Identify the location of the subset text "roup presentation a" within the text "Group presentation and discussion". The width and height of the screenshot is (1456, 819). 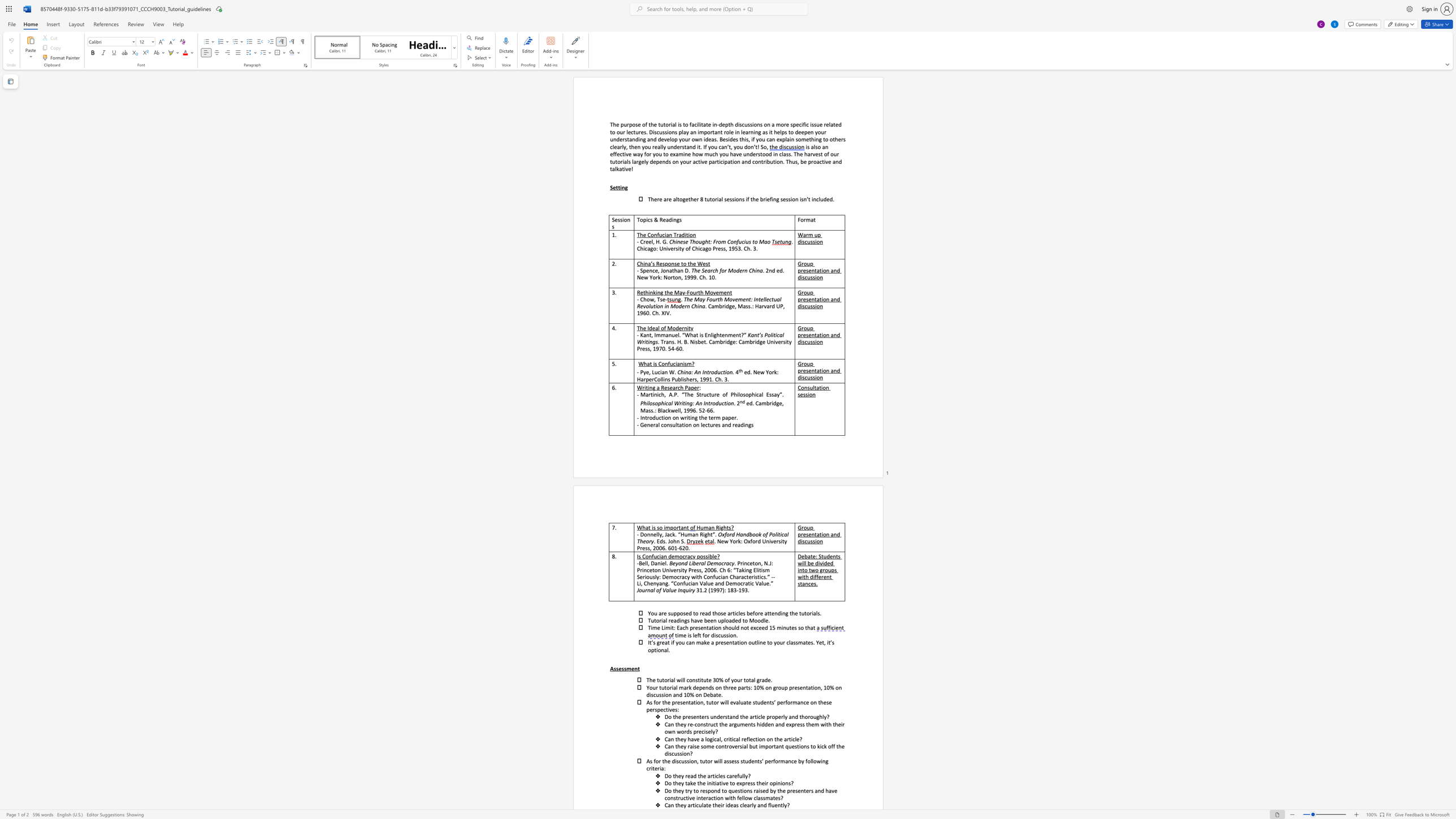
(801, 263).